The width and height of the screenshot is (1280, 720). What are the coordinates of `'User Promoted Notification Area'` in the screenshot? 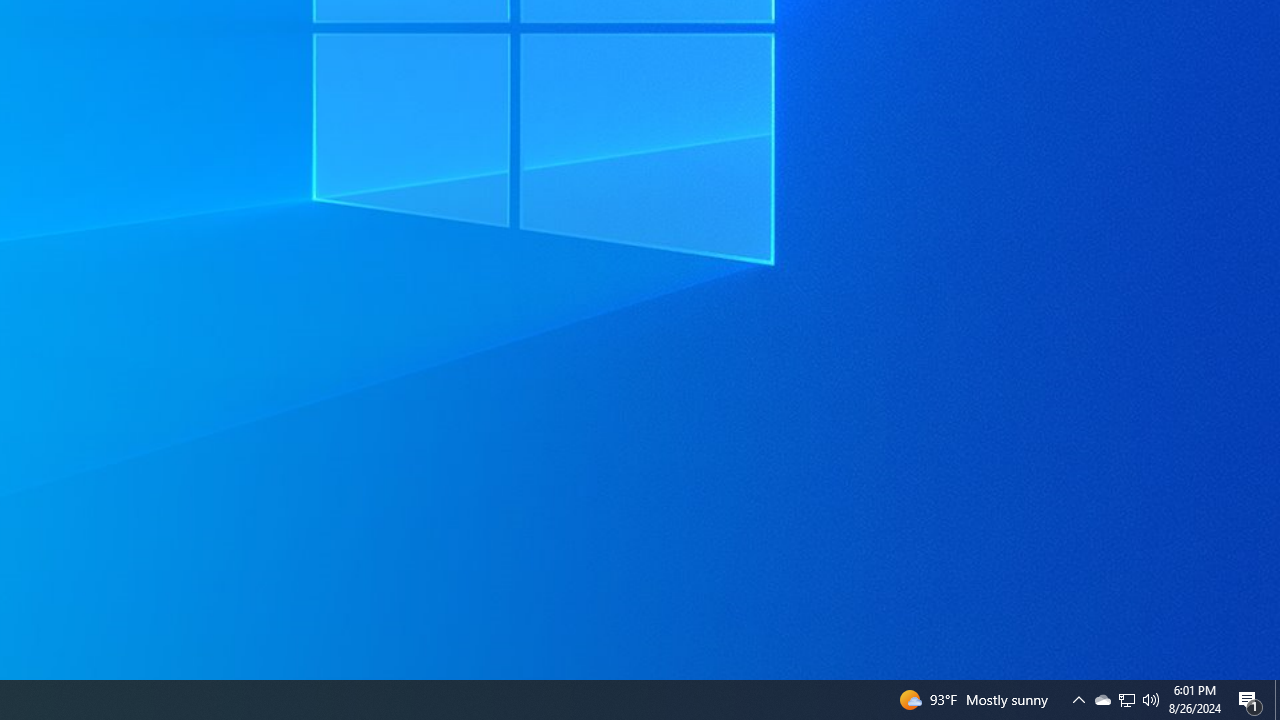 It's located at (1151, 698).